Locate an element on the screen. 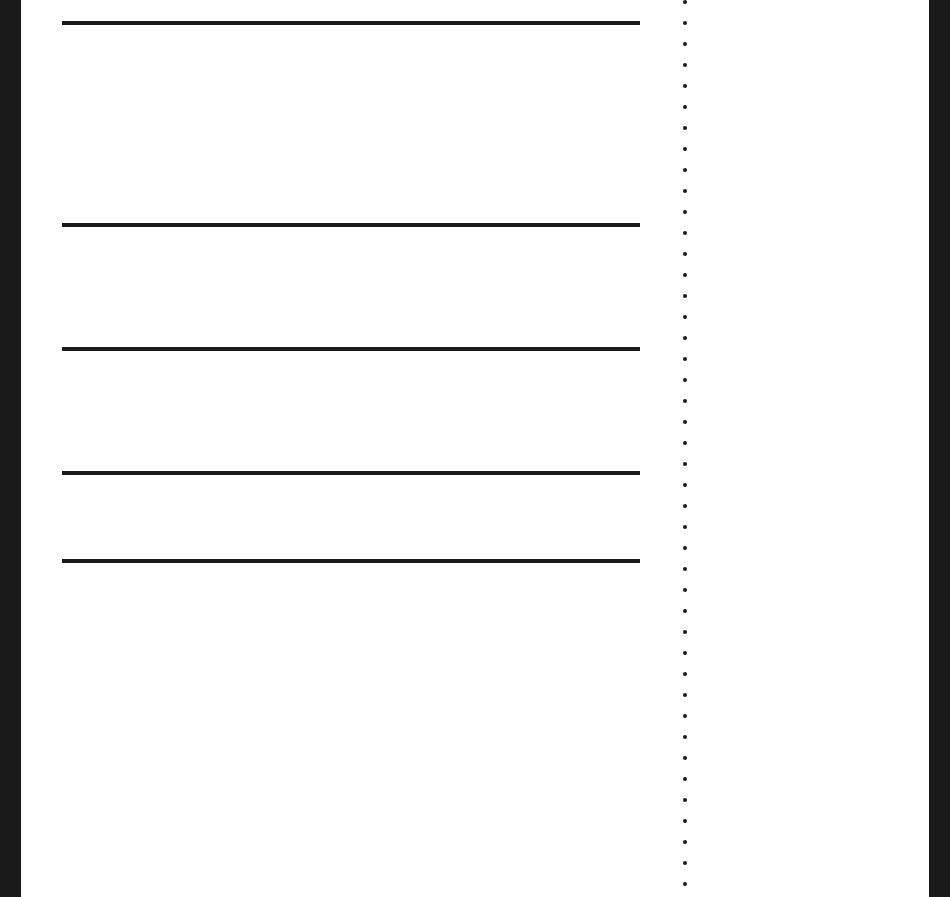  'March 2005' is located at coordinates (727, 819).